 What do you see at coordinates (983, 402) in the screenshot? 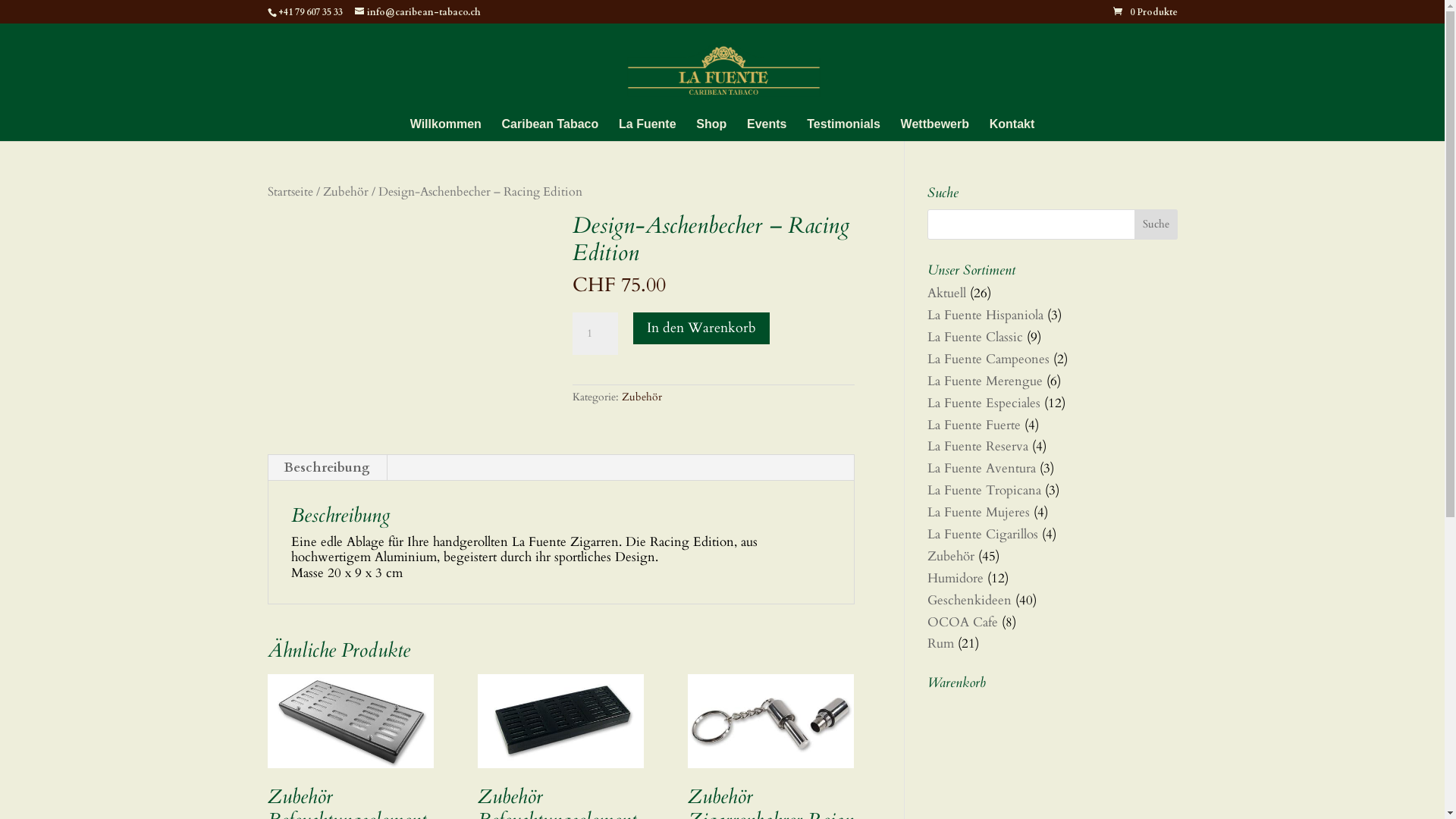
I see `'La Fuente Especiales'` at bounding box center [983, 402].